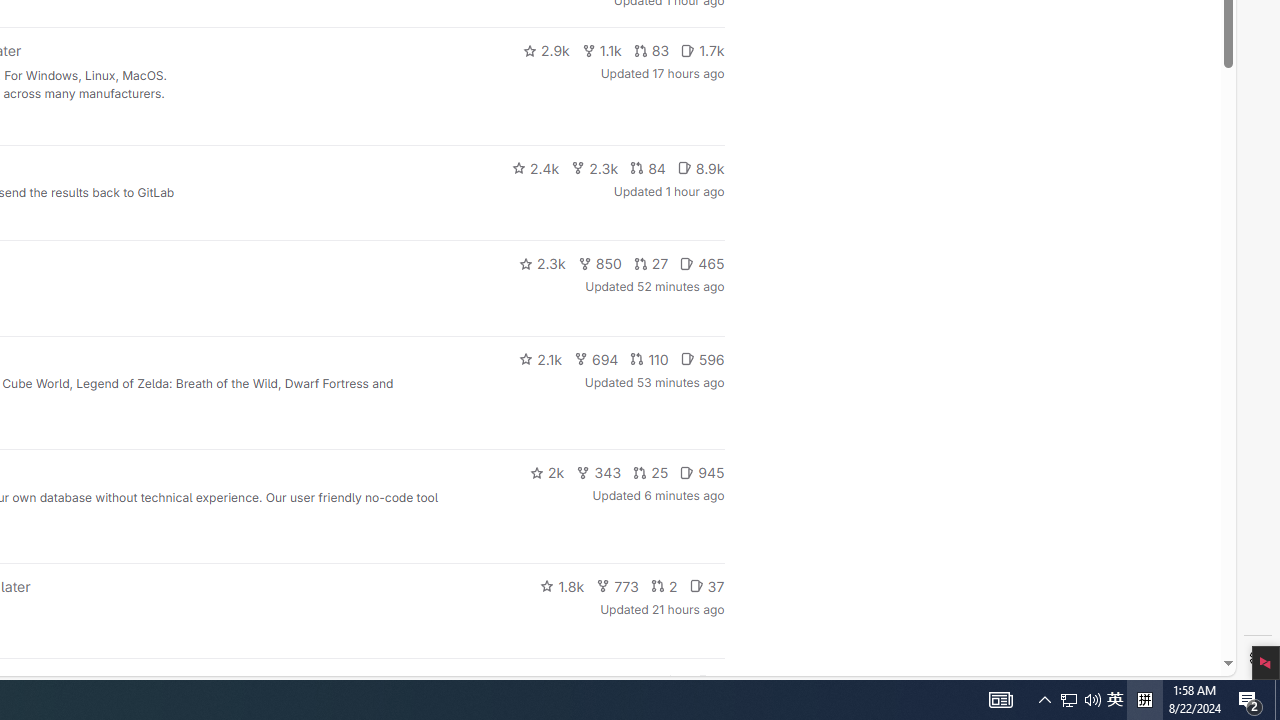 This screenshot has width=1280, height=720. I want to click on '465', so click(702, 262).